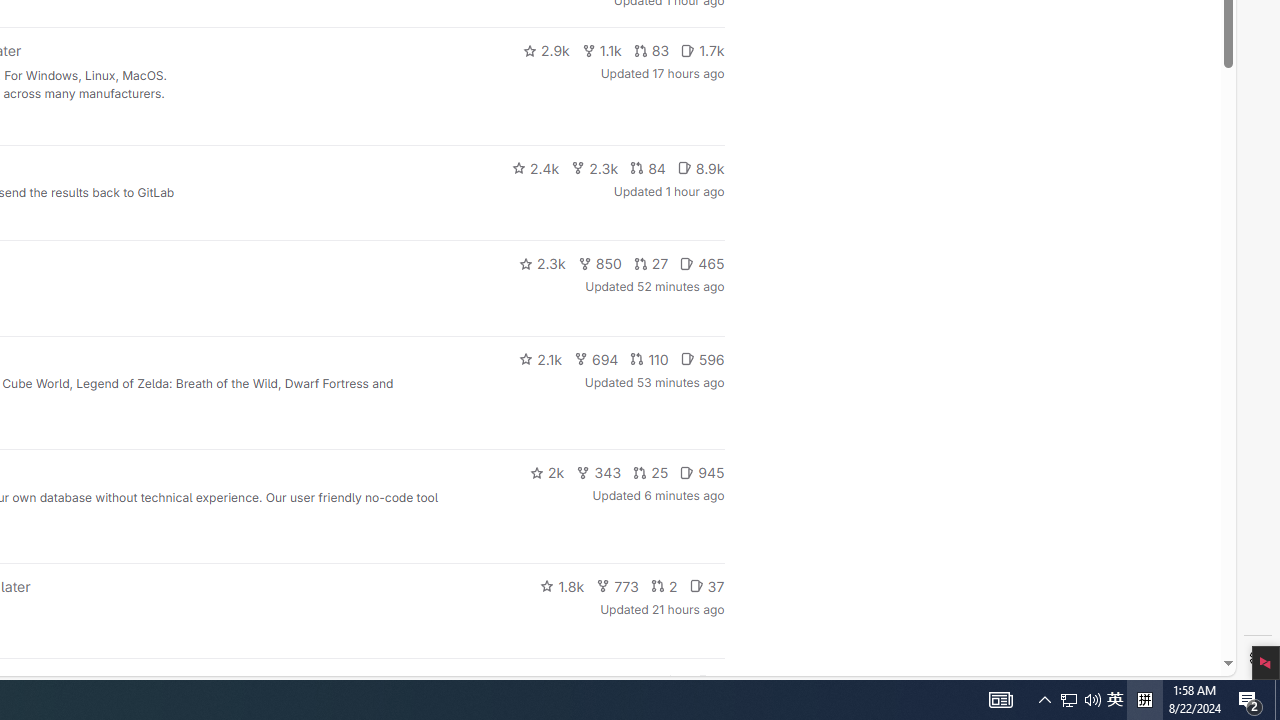 This screenshot has width=1280, height=720. I want to click on '465', so click(702, 262).